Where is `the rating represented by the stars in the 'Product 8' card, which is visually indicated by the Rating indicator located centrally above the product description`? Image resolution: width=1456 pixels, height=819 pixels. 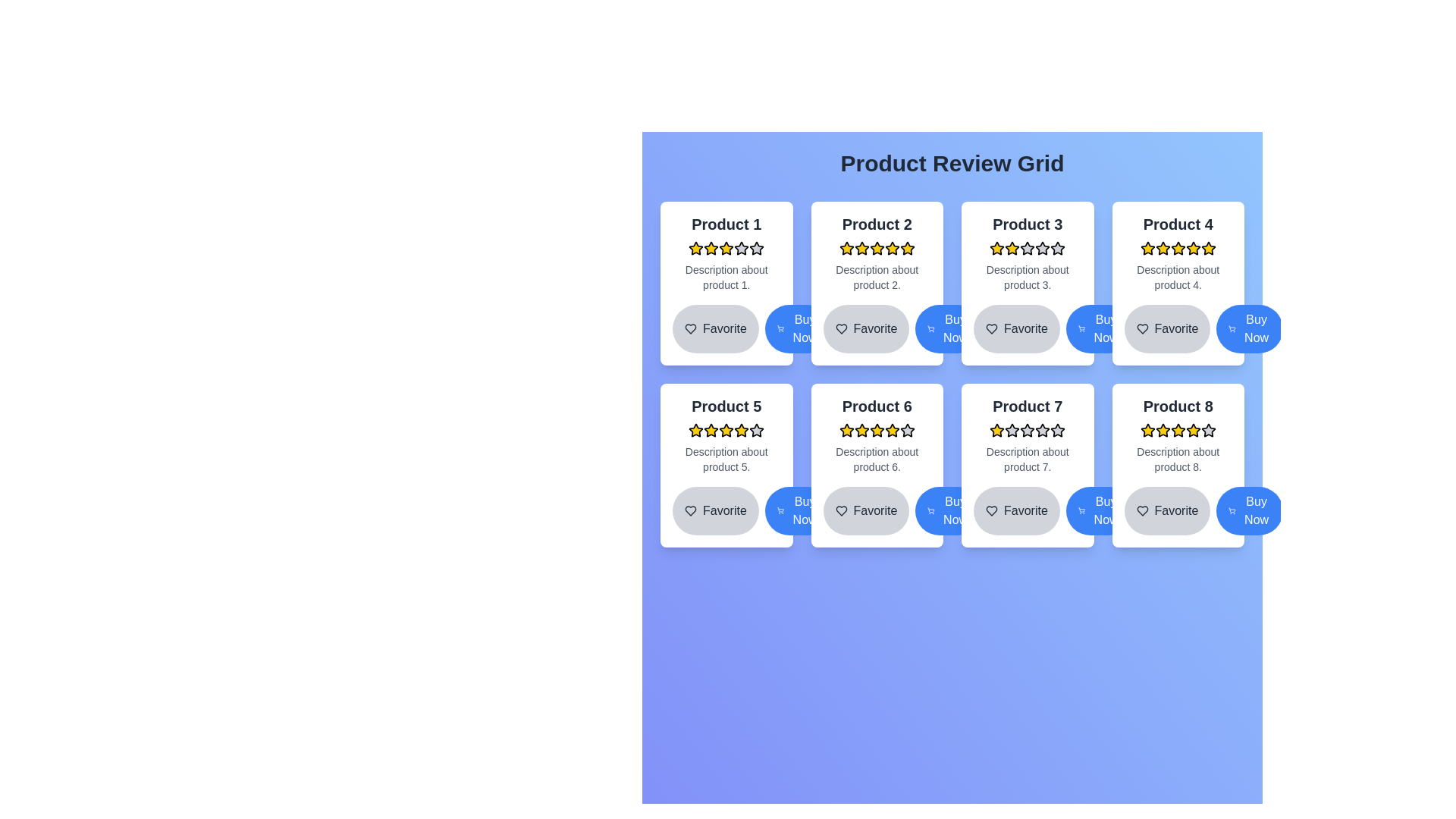
the rating represented by the stars in the 'Product 8' card, which is visually indicated by the Rating indicator located centrally above the product description is located at coordinates (1177, 430).